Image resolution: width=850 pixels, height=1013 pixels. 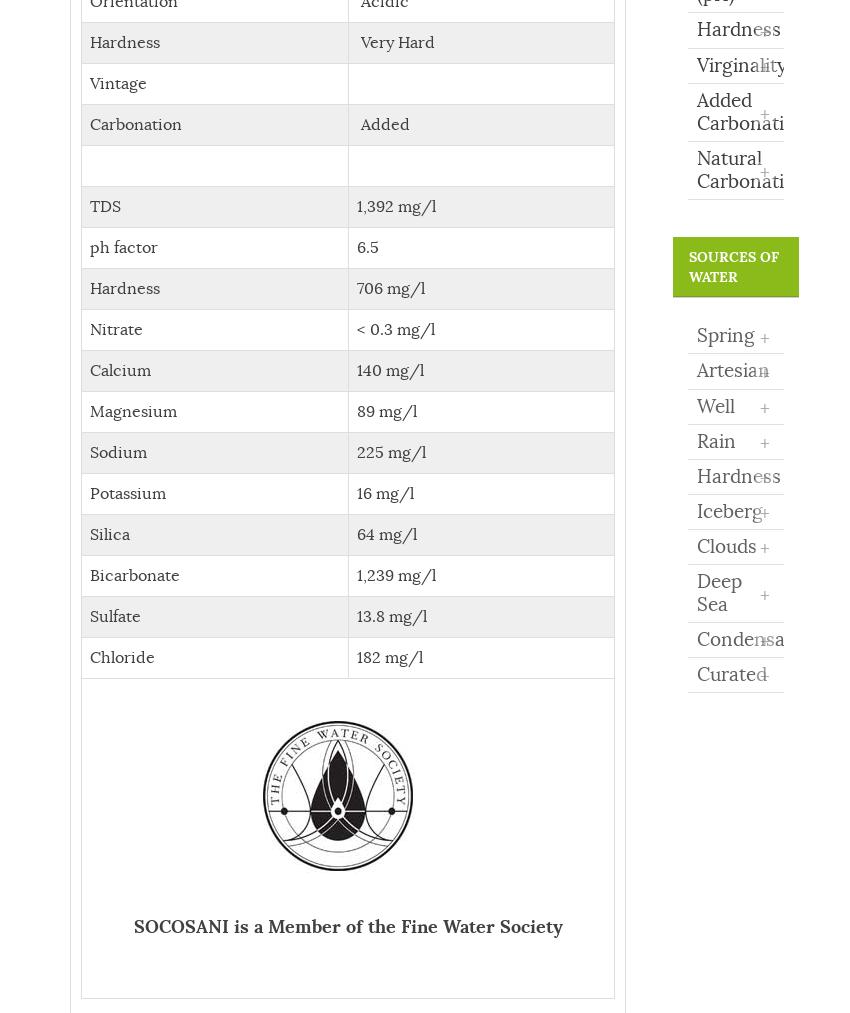 I want to click on '89 mg/l', so click(x=385, y=409).